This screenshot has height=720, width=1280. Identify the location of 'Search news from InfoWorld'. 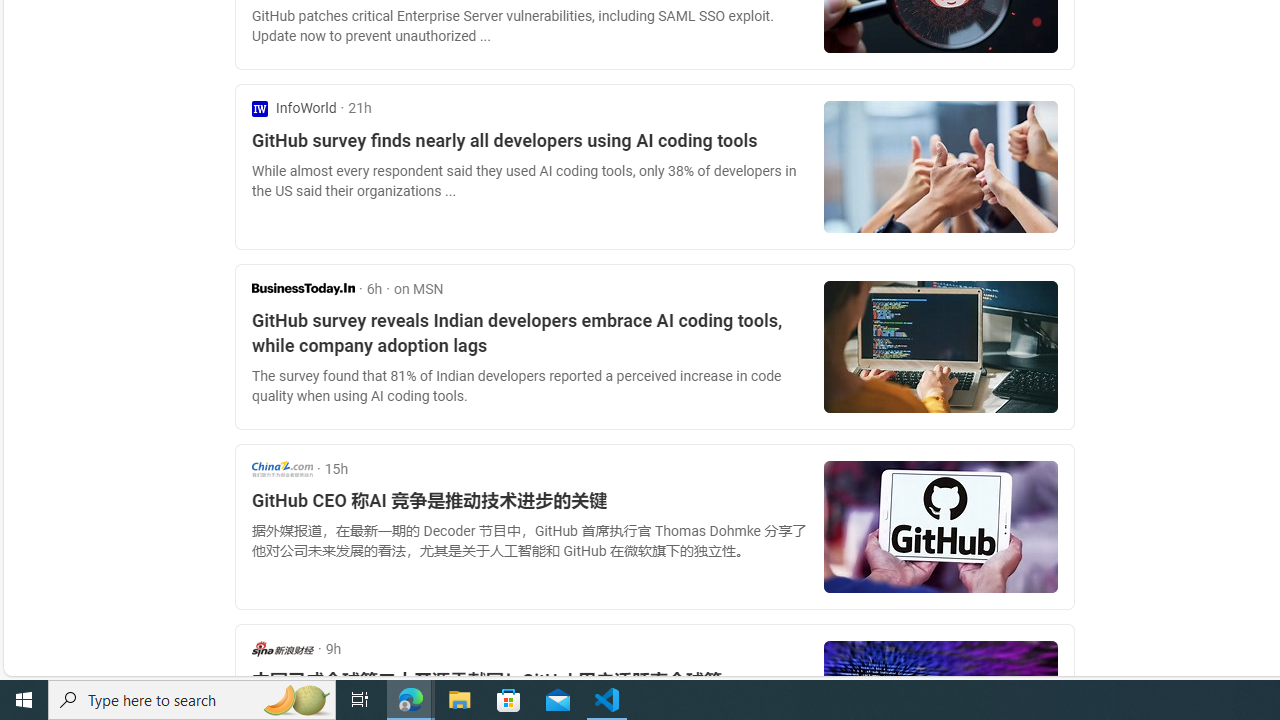
(293, 108).